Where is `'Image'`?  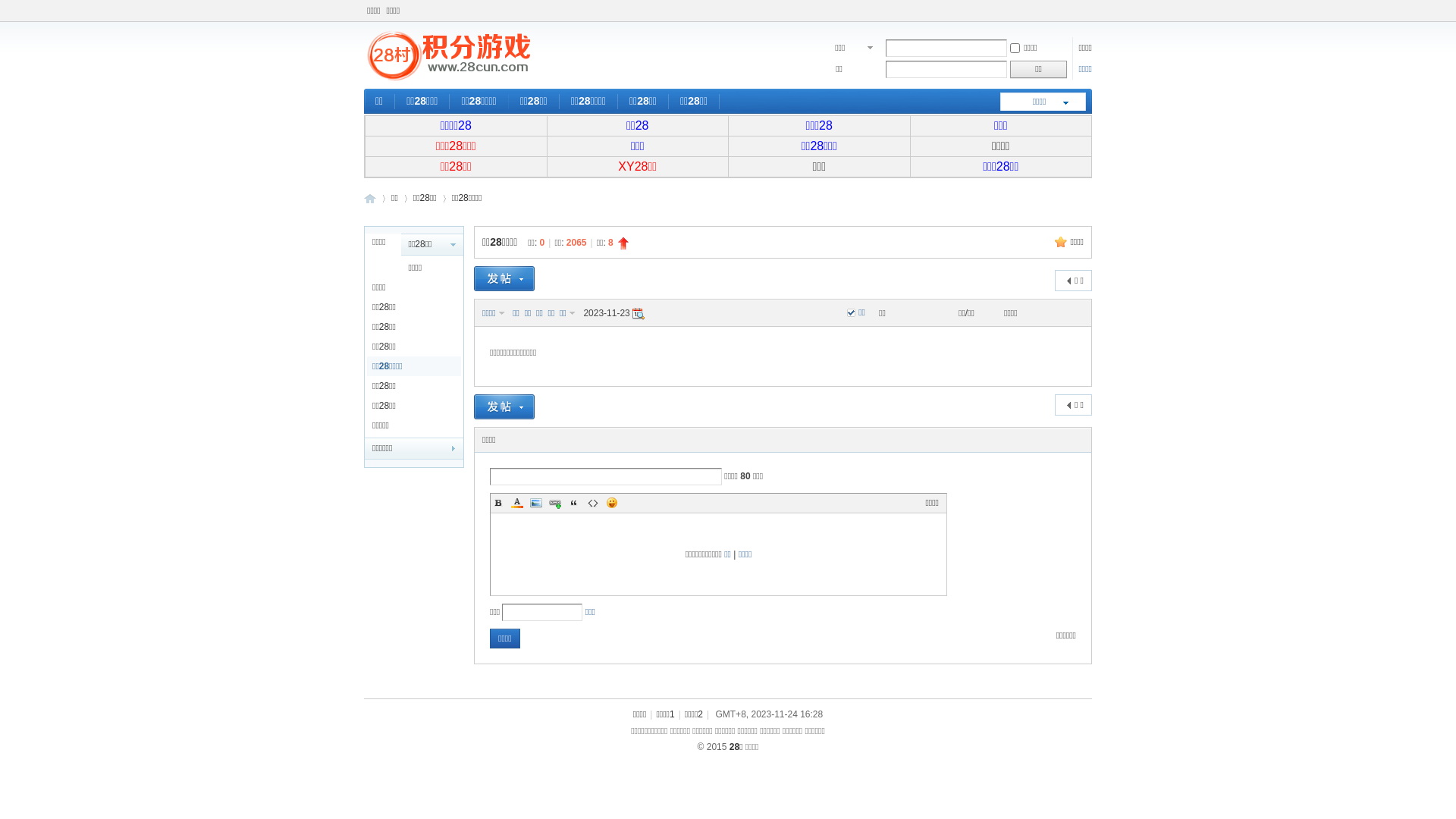 'Image' is located at coordinates (535, 503).